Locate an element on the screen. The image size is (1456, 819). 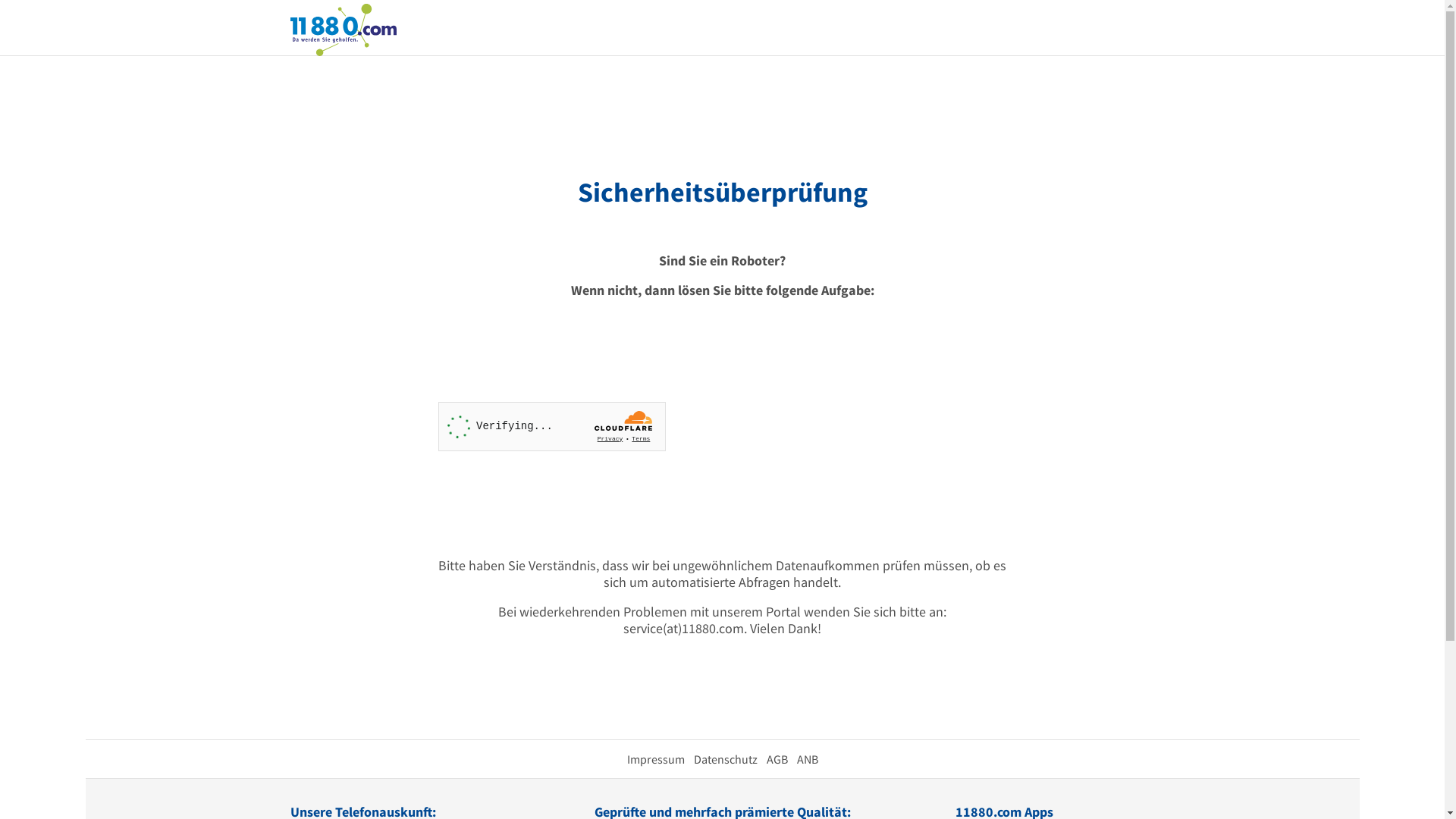
'Widget containing a Cloudflare security challenge' is located at coordinates (437, 426).